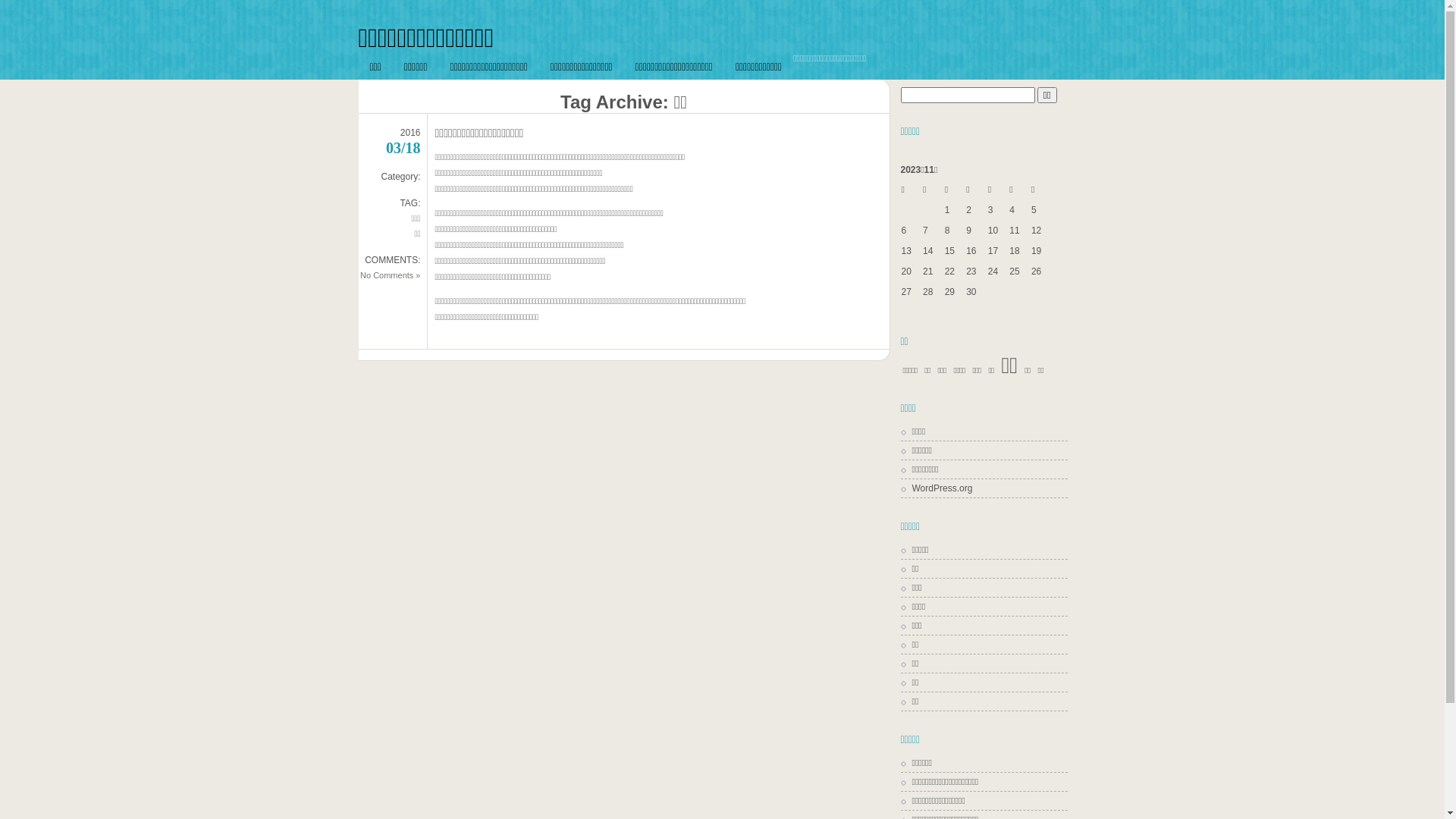 This screenshot has height=819, width=1456. I want to click on 'WordPress.org', so click(936, 488).